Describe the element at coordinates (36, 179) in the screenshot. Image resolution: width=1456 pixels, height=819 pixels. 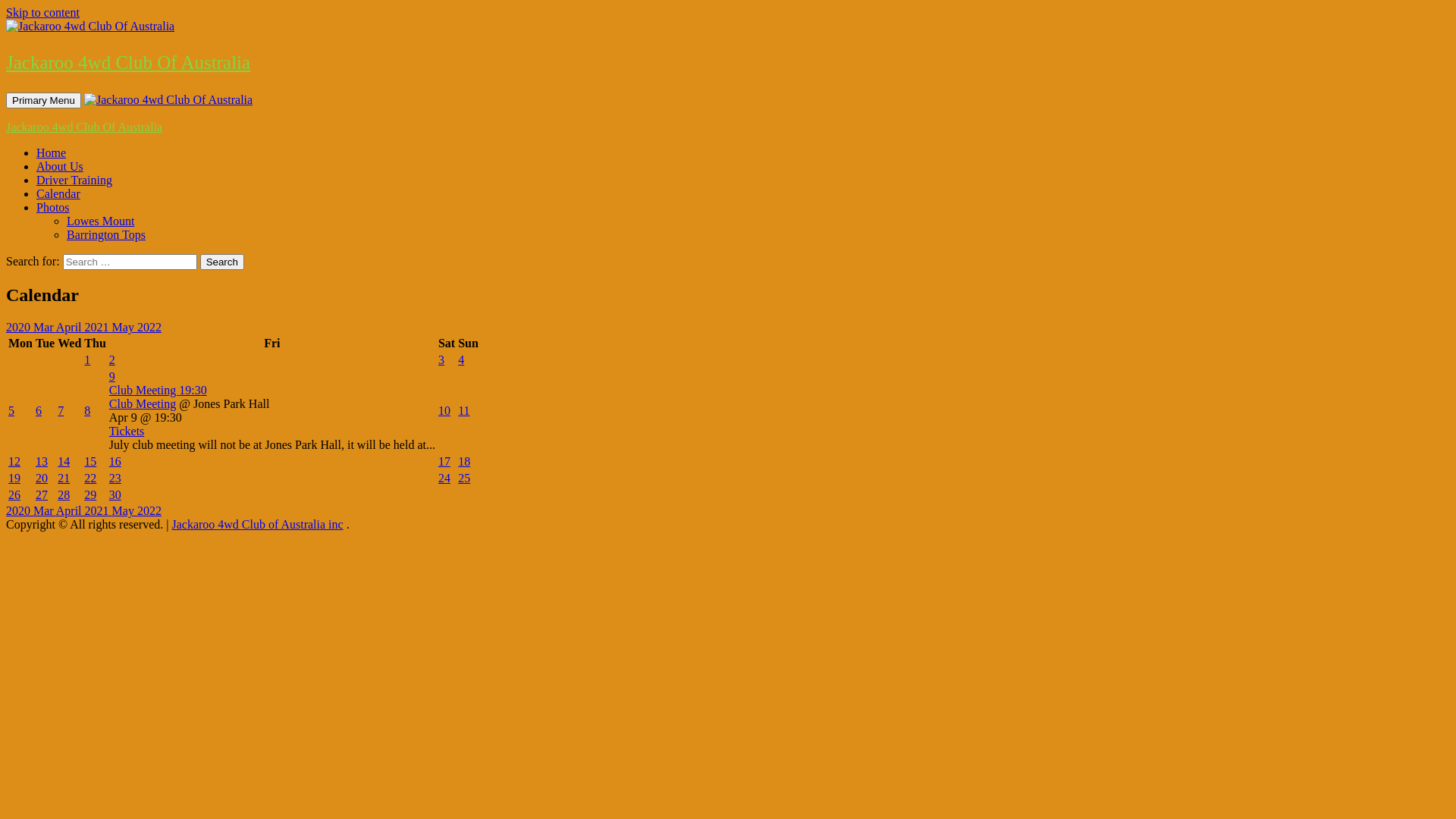
I see `'Driver Training'` at that location.